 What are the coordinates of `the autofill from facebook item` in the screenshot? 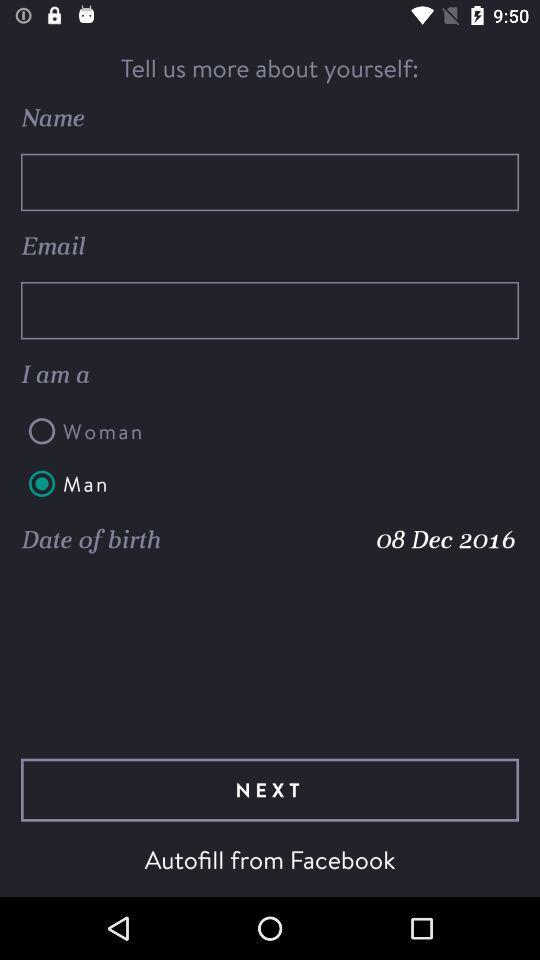 It's located at (270, 858).